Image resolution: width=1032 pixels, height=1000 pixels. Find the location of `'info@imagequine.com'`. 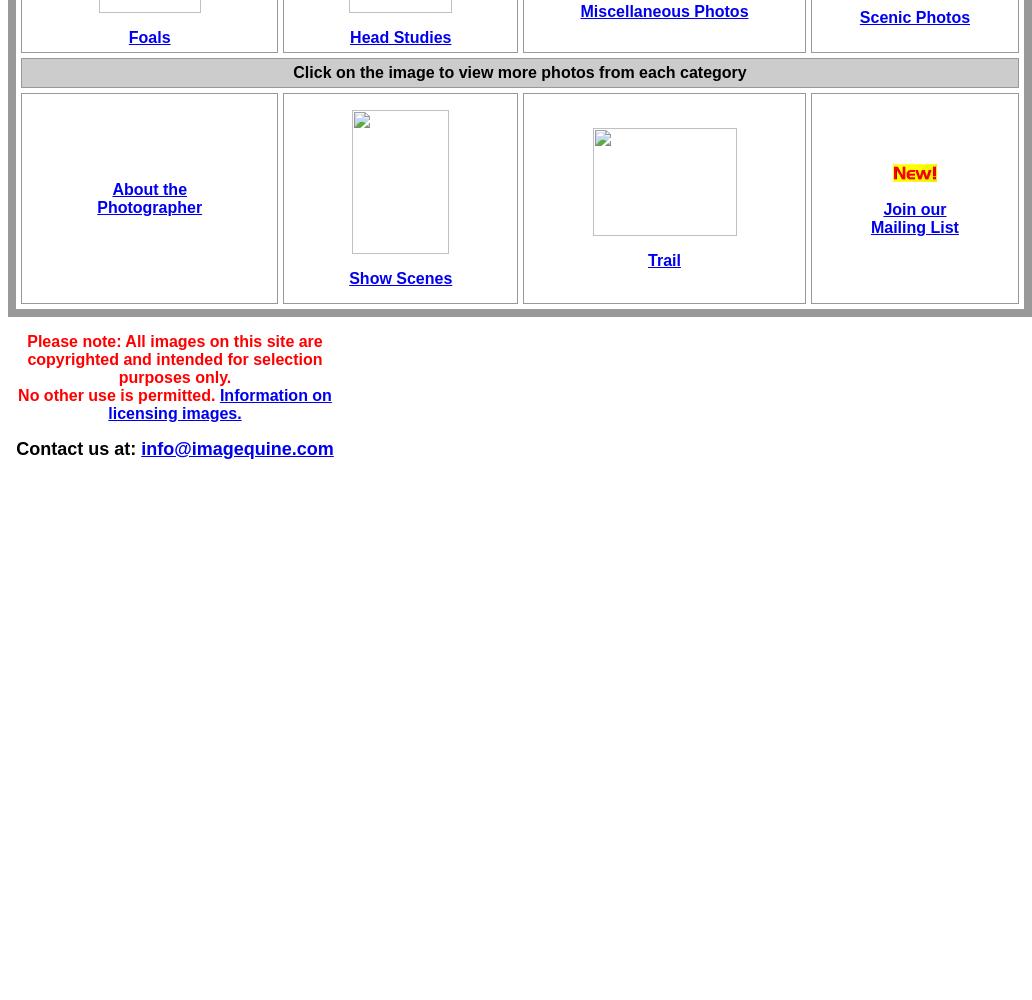

'info@imagequine.com' is located at coordinates (236, 448).